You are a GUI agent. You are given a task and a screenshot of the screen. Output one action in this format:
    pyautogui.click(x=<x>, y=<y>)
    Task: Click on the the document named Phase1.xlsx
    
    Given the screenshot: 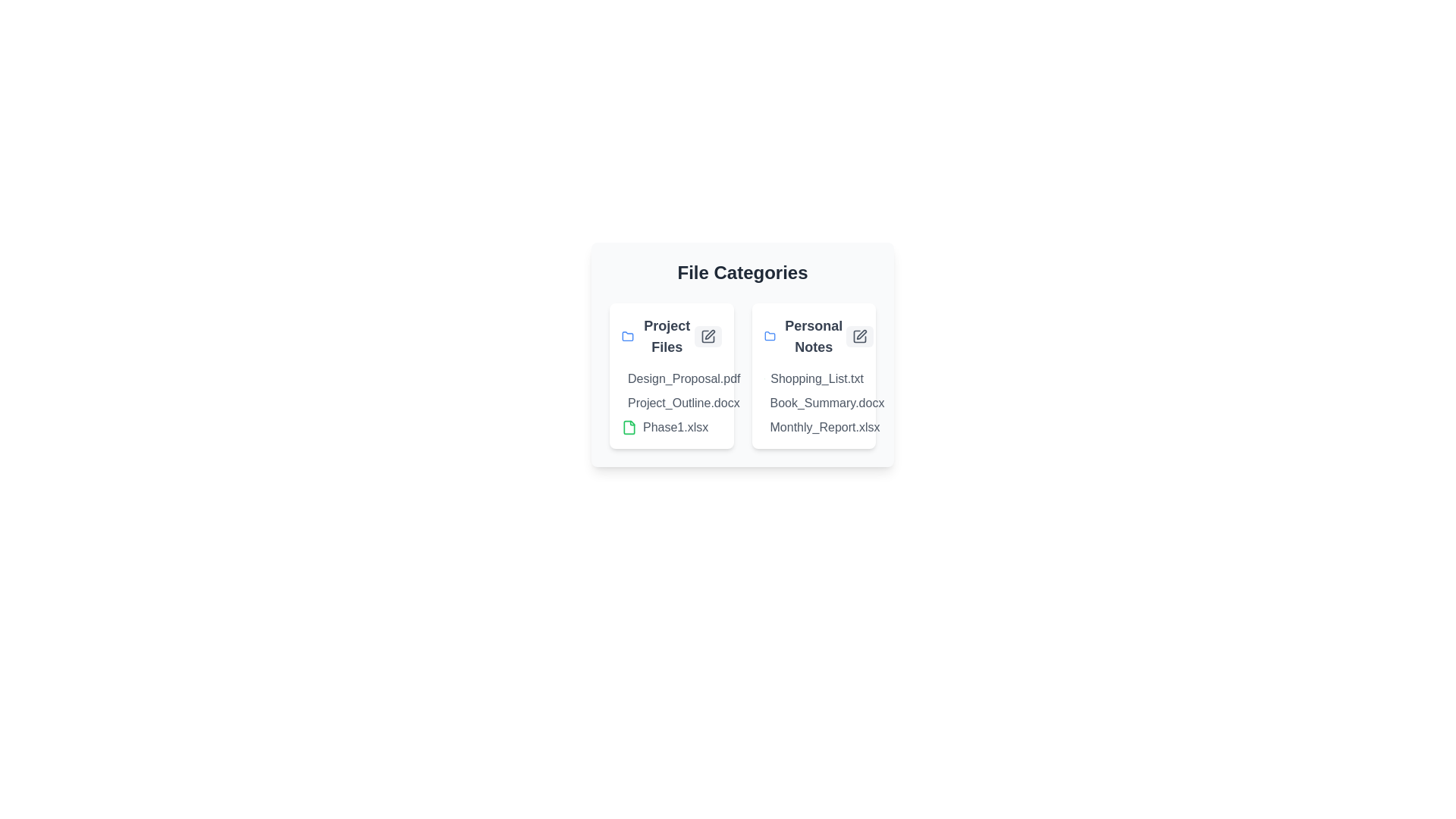 What is the action you would take?
    pyautogui.click(x=644, y=427)
    